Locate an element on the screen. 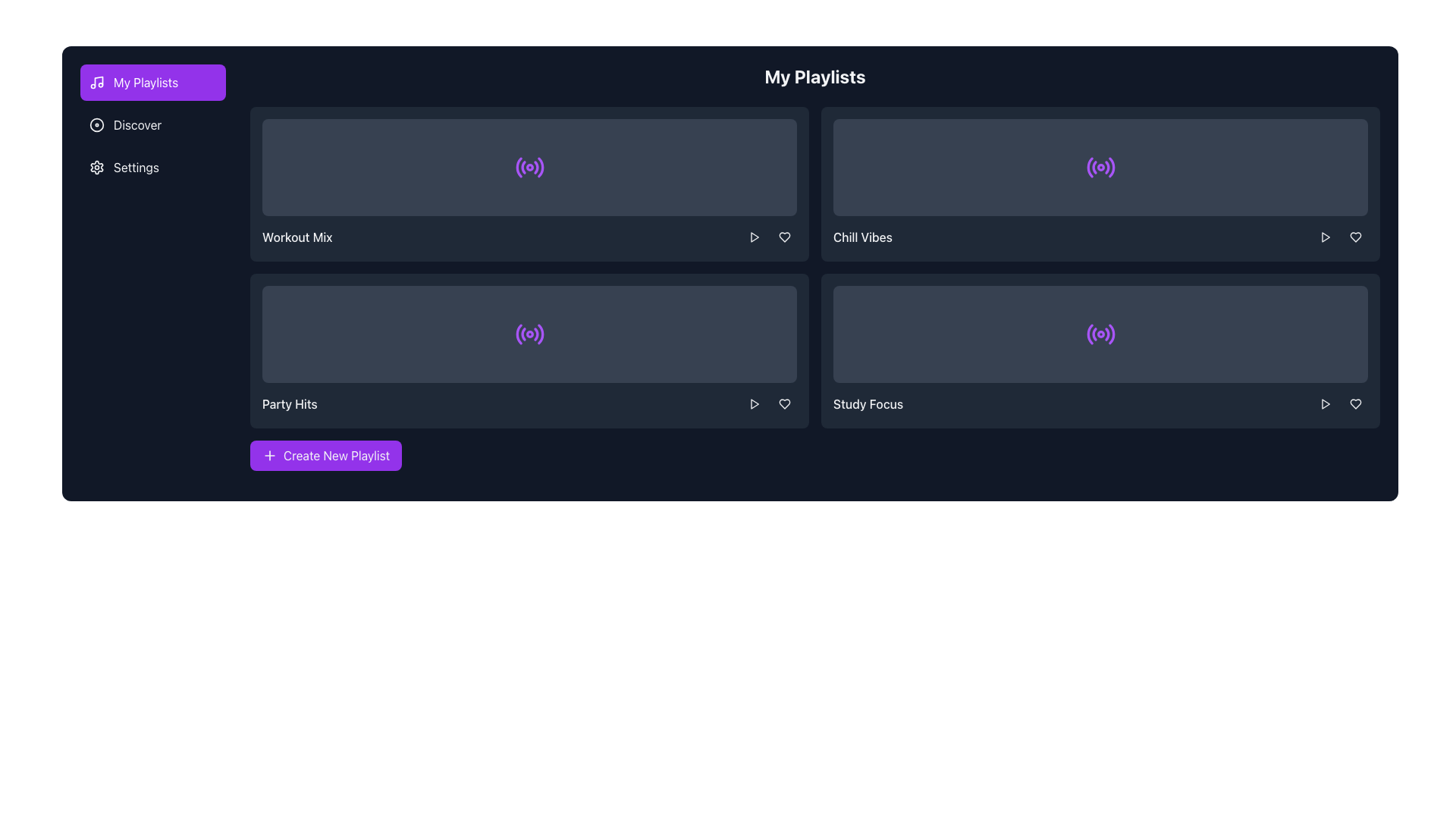 Image resolution: width=1456 pixels, height=819 pixels. the heart-shaped button outlined in white located in the bottom right corner of the 'Study Focus' playlist card to favorite or unfavorite the playlist is located at coordinates (1356, 403).